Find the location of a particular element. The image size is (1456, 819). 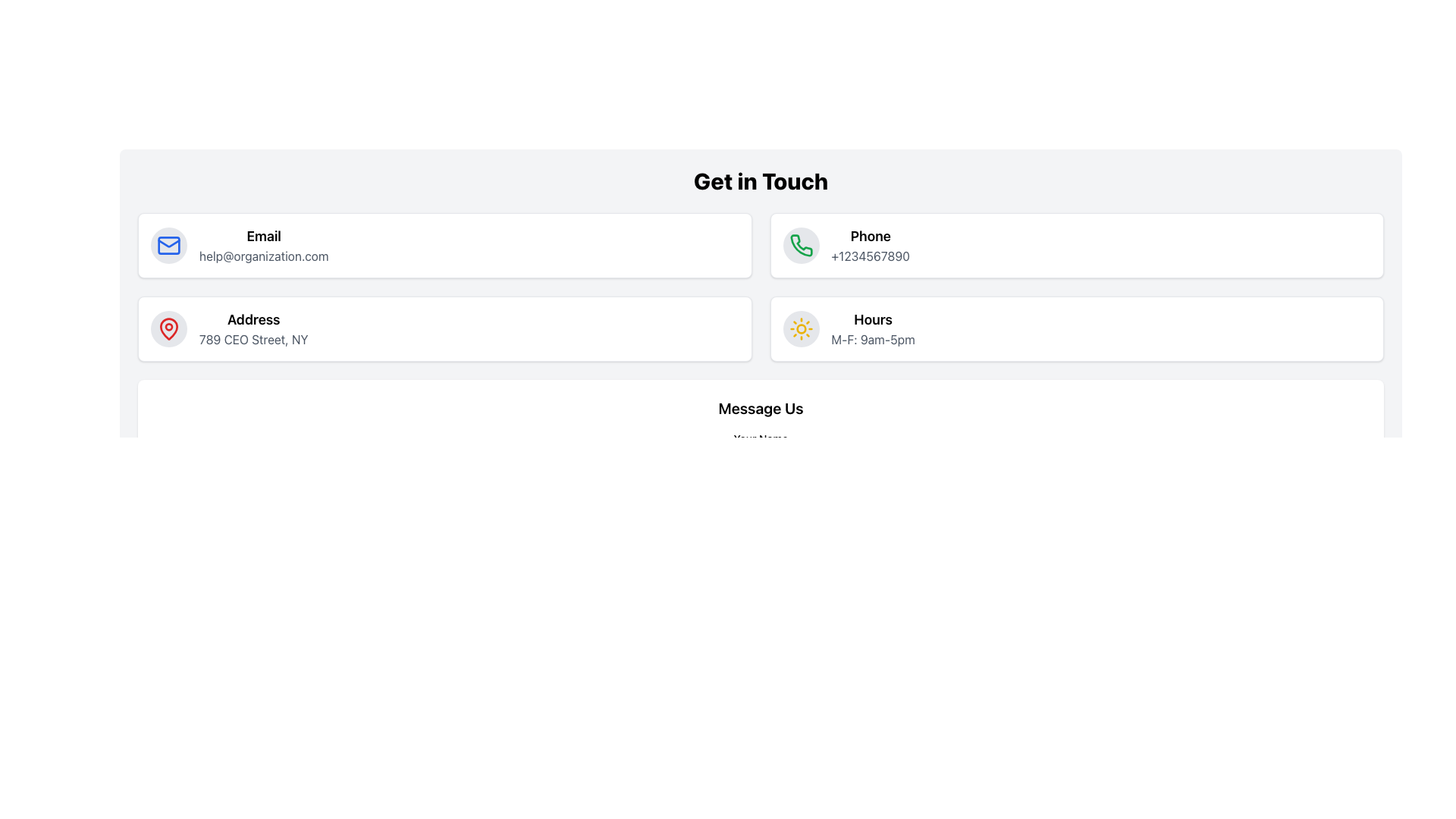

the map pin icon located in the Address section of the 'Get in Touch' layout is located at coordinates (168, 328).